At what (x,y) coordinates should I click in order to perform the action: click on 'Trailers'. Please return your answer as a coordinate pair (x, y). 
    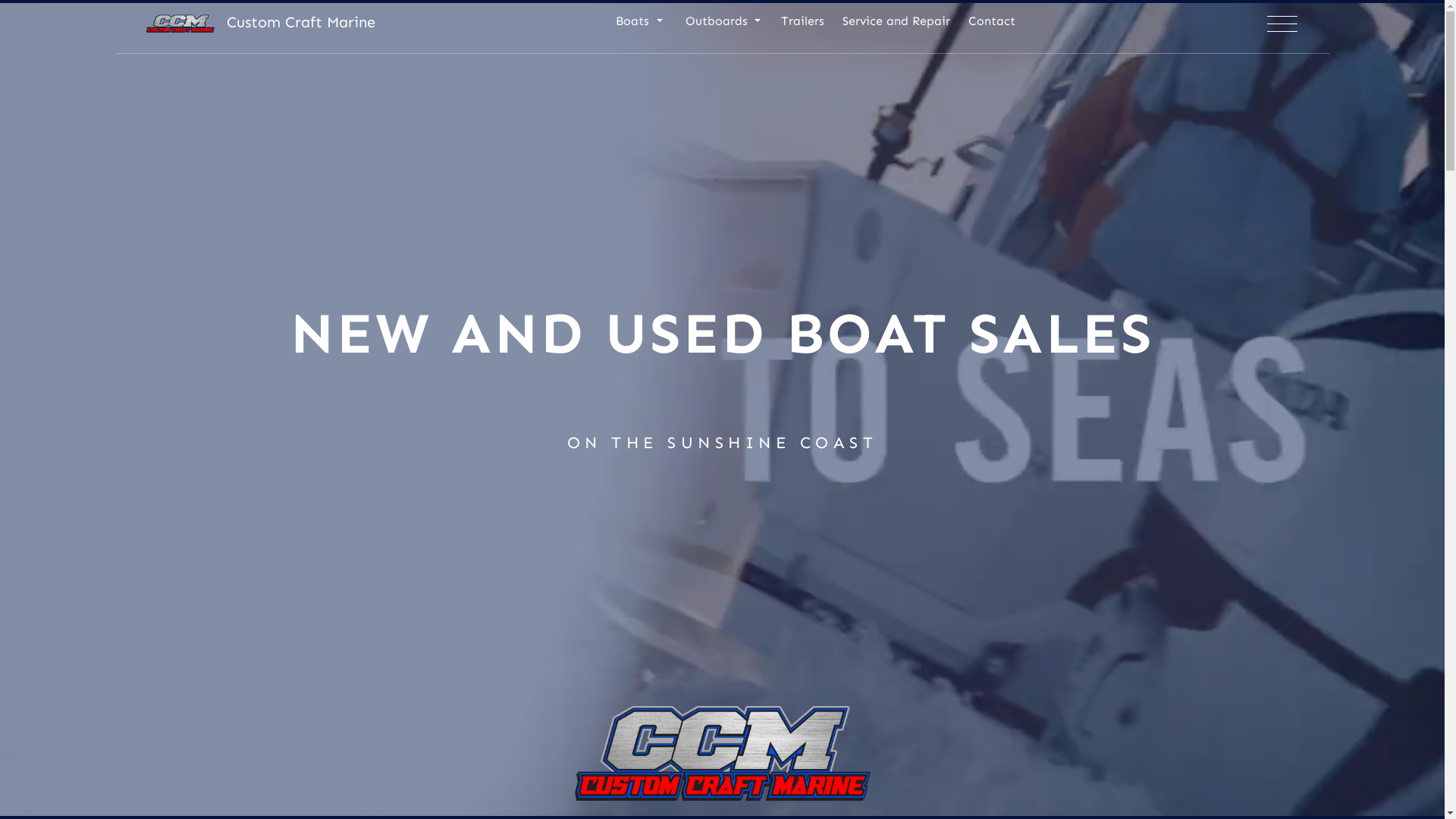
    Looking at the image, I should click on (802, 27).